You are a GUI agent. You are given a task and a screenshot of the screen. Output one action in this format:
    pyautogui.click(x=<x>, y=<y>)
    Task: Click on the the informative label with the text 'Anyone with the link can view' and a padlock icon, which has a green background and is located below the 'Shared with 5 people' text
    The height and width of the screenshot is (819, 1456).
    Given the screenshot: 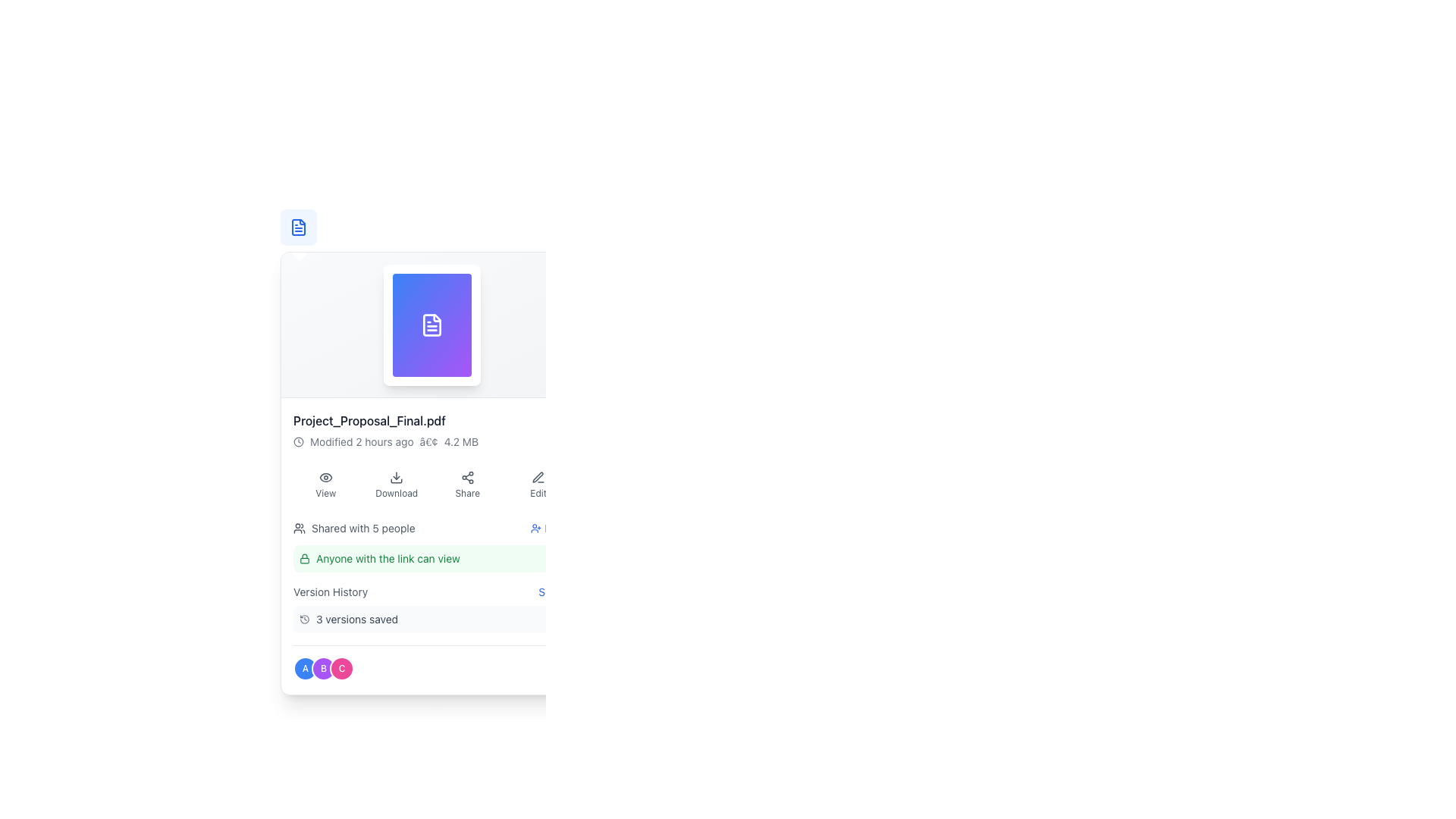 What is the action you would take?
    pyautogui.click(x=431, y=558)
    